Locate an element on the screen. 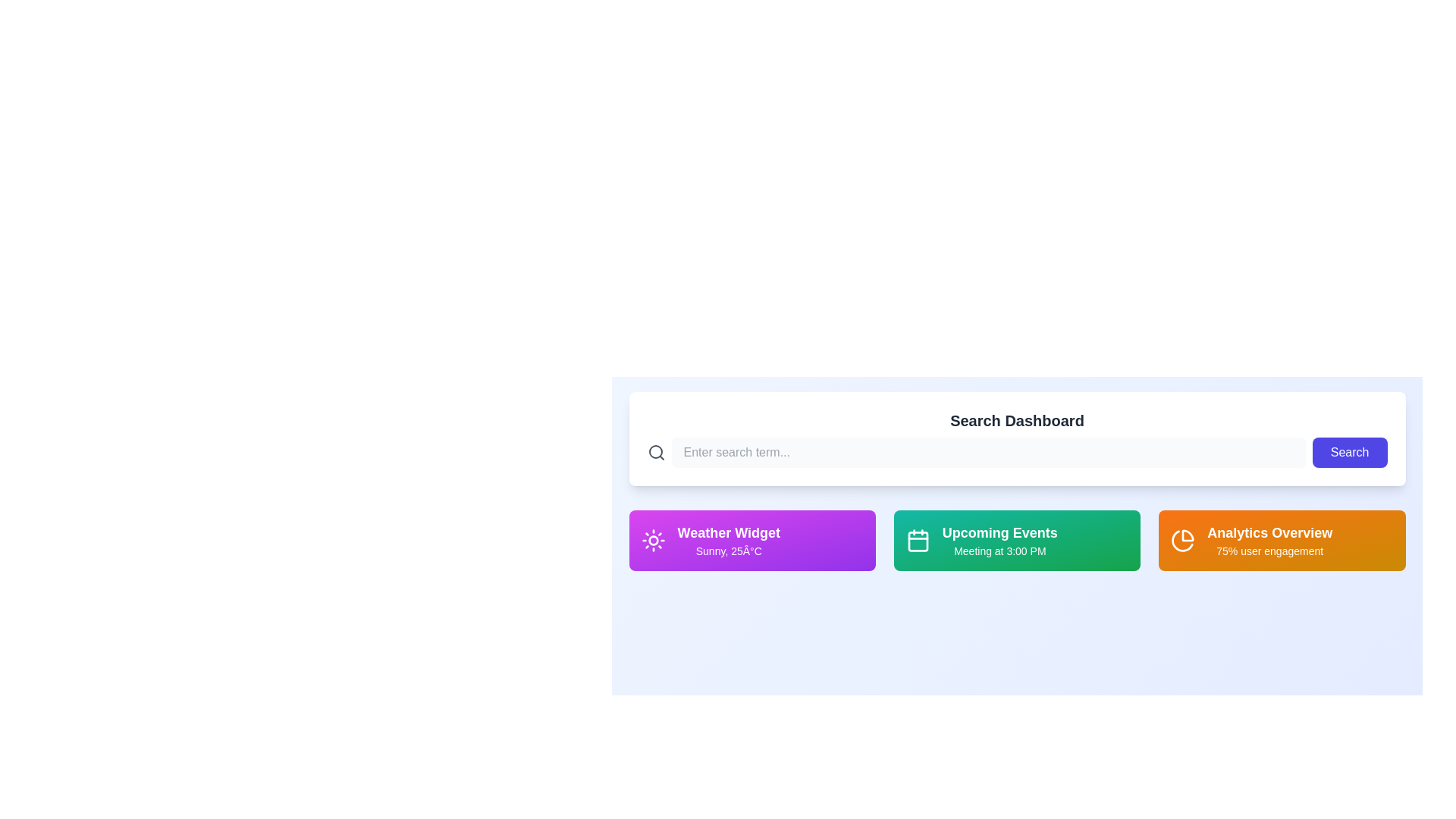  the SVG search icon located on the left side inside the search bar section, which serves as a visual cue for searching is located at coordinates (656, 452).